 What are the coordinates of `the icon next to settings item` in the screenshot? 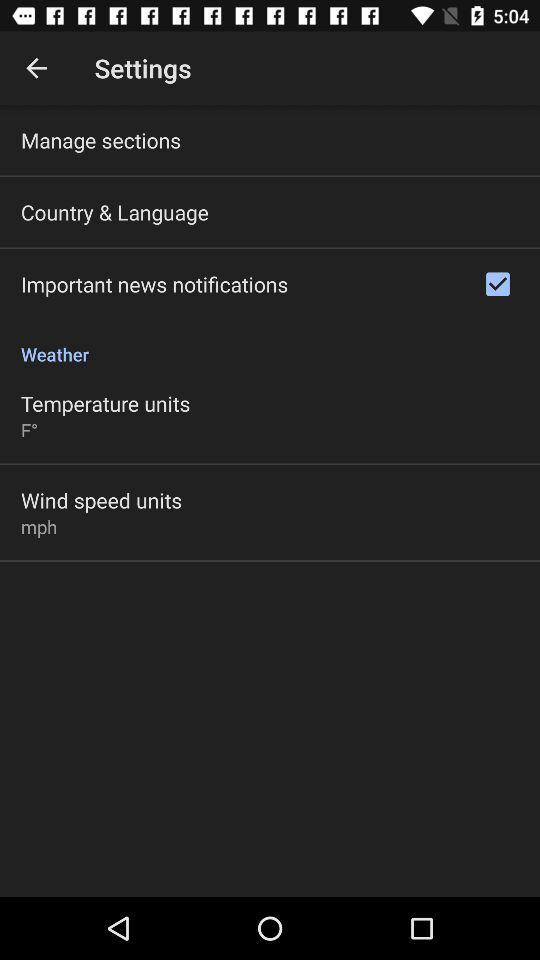 It's located at (36, 68).